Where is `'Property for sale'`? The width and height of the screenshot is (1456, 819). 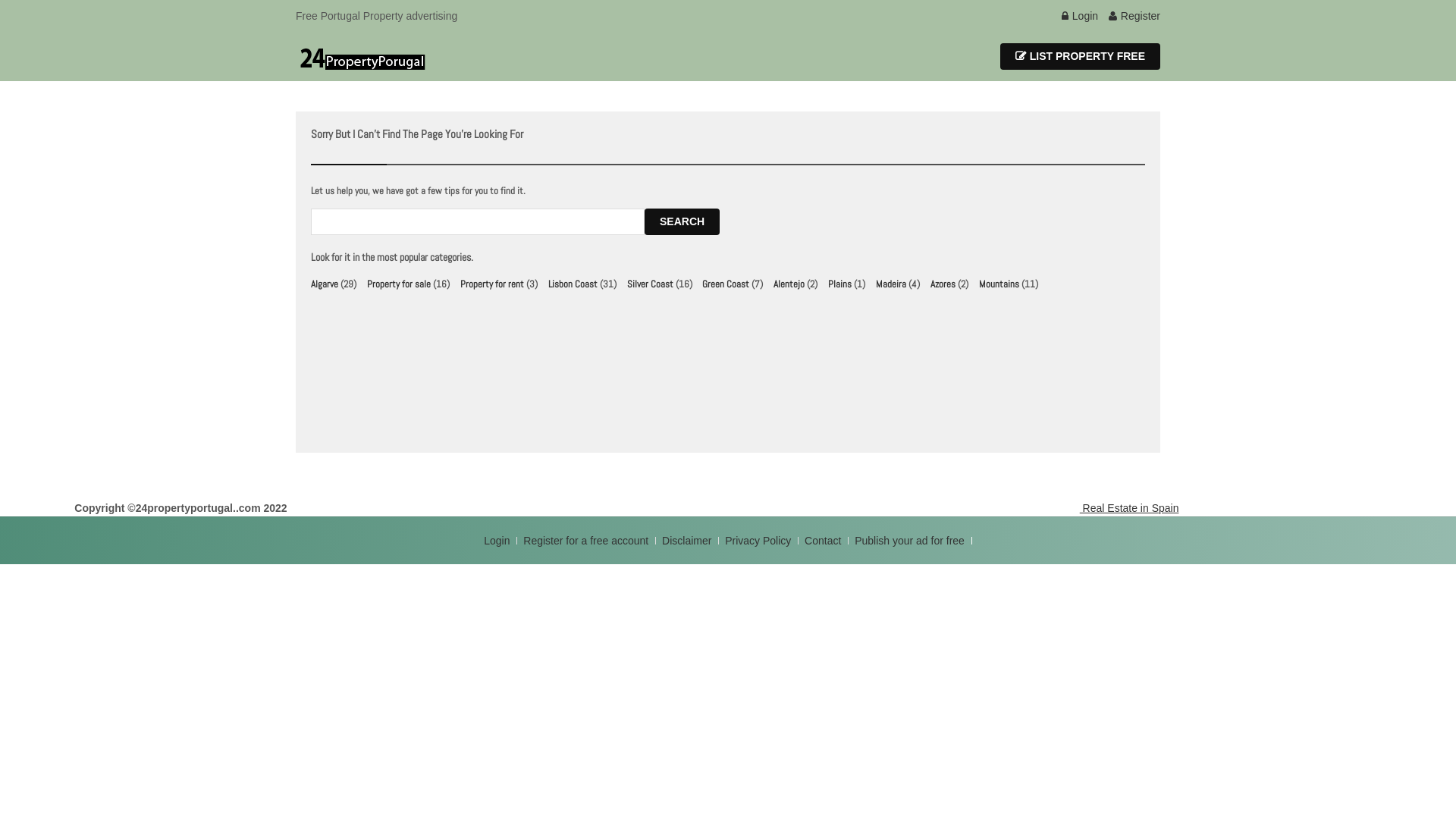
'Property for sale' is located at coordinates (399, 284).